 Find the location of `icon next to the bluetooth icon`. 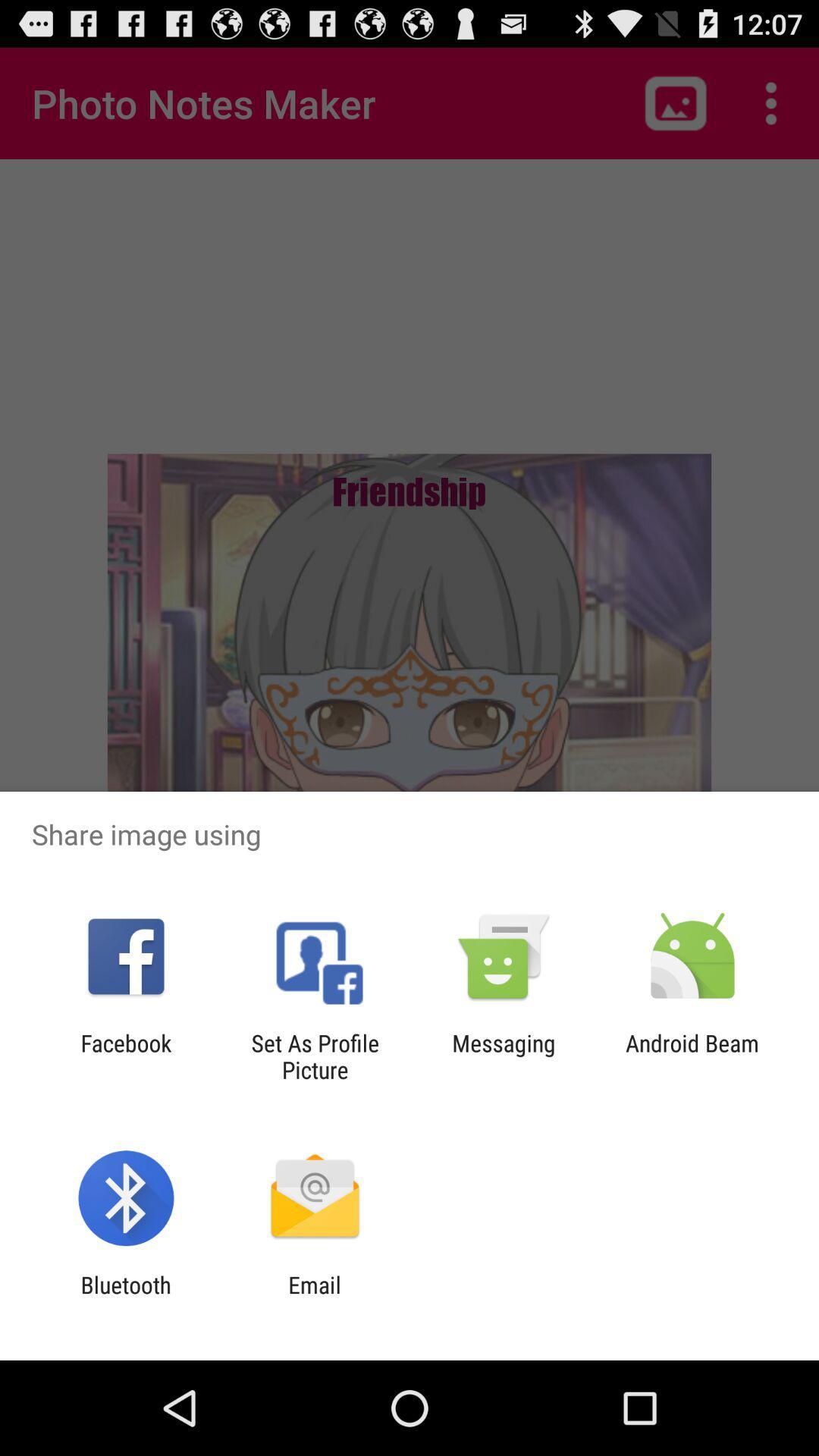

icon next to the bluetooth icon is located at coordinates (314, 1298).